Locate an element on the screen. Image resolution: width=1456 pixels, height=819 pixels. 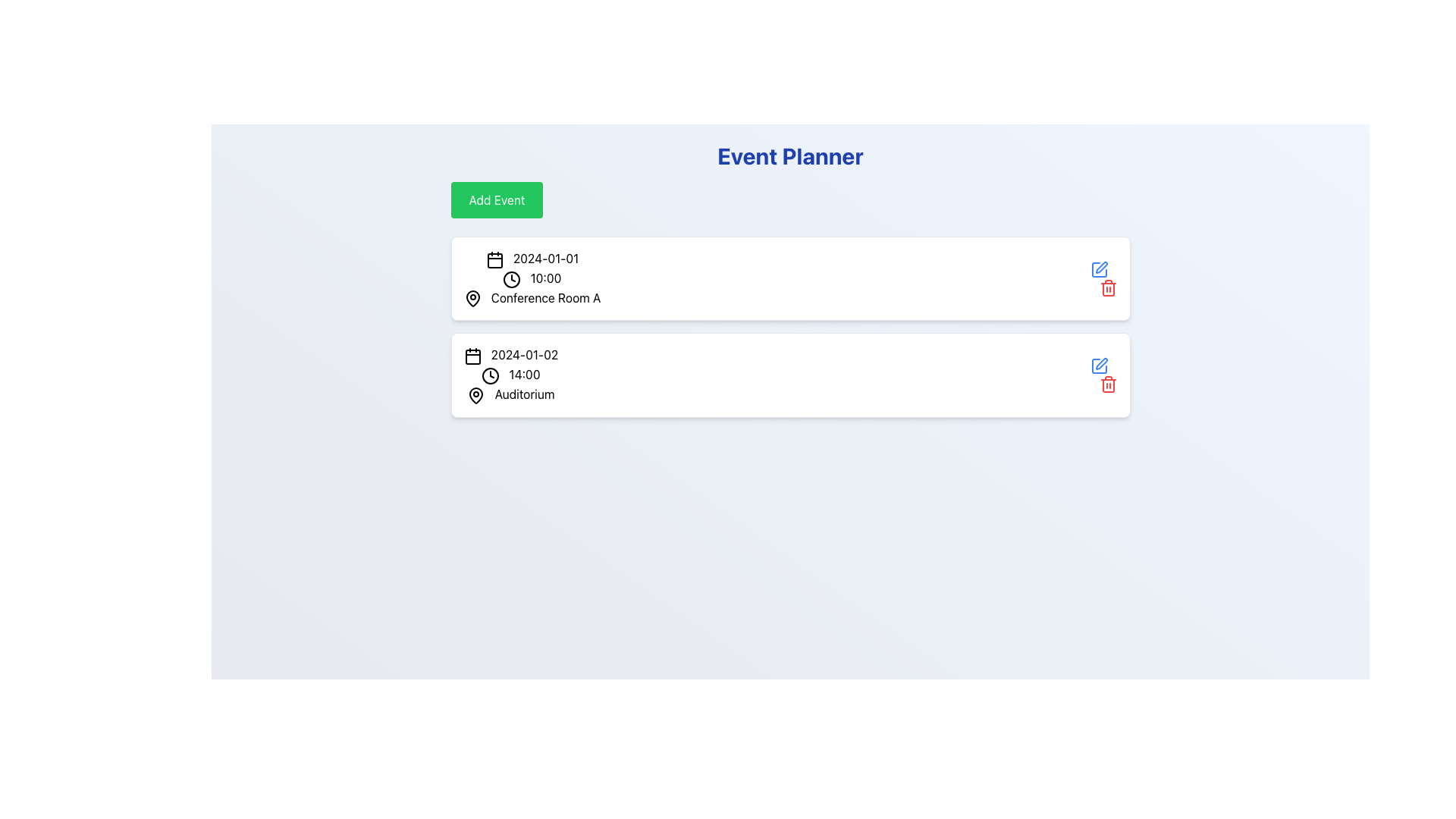
the circular part of the clock icon, which is the central graphic element of the clock and is aligned inline with the time '10:00' in the first event block is located at coordinates (512, 279).